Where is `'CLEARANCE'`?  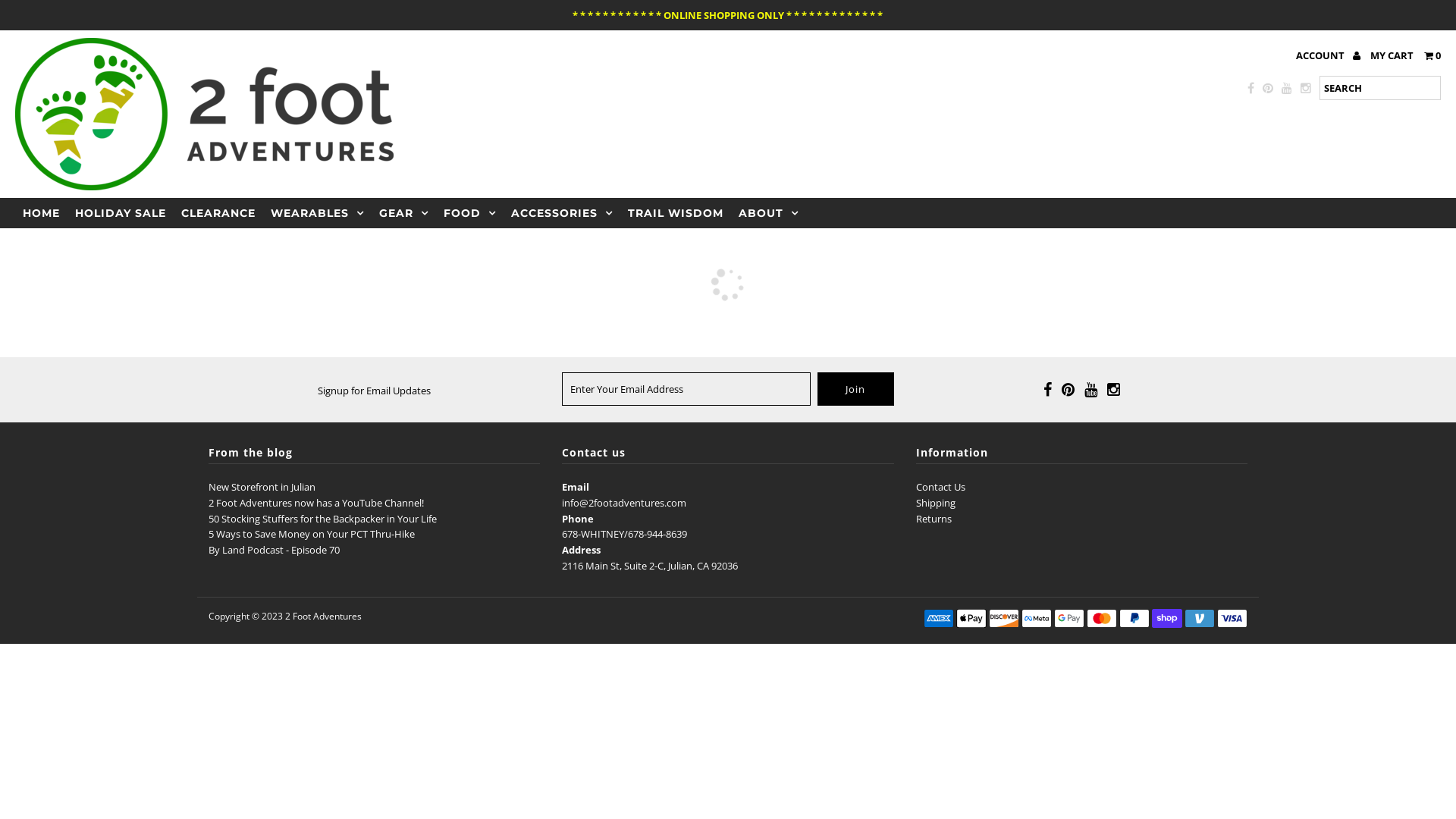 'CLEARANCE' is located at coordinates (218, 213).